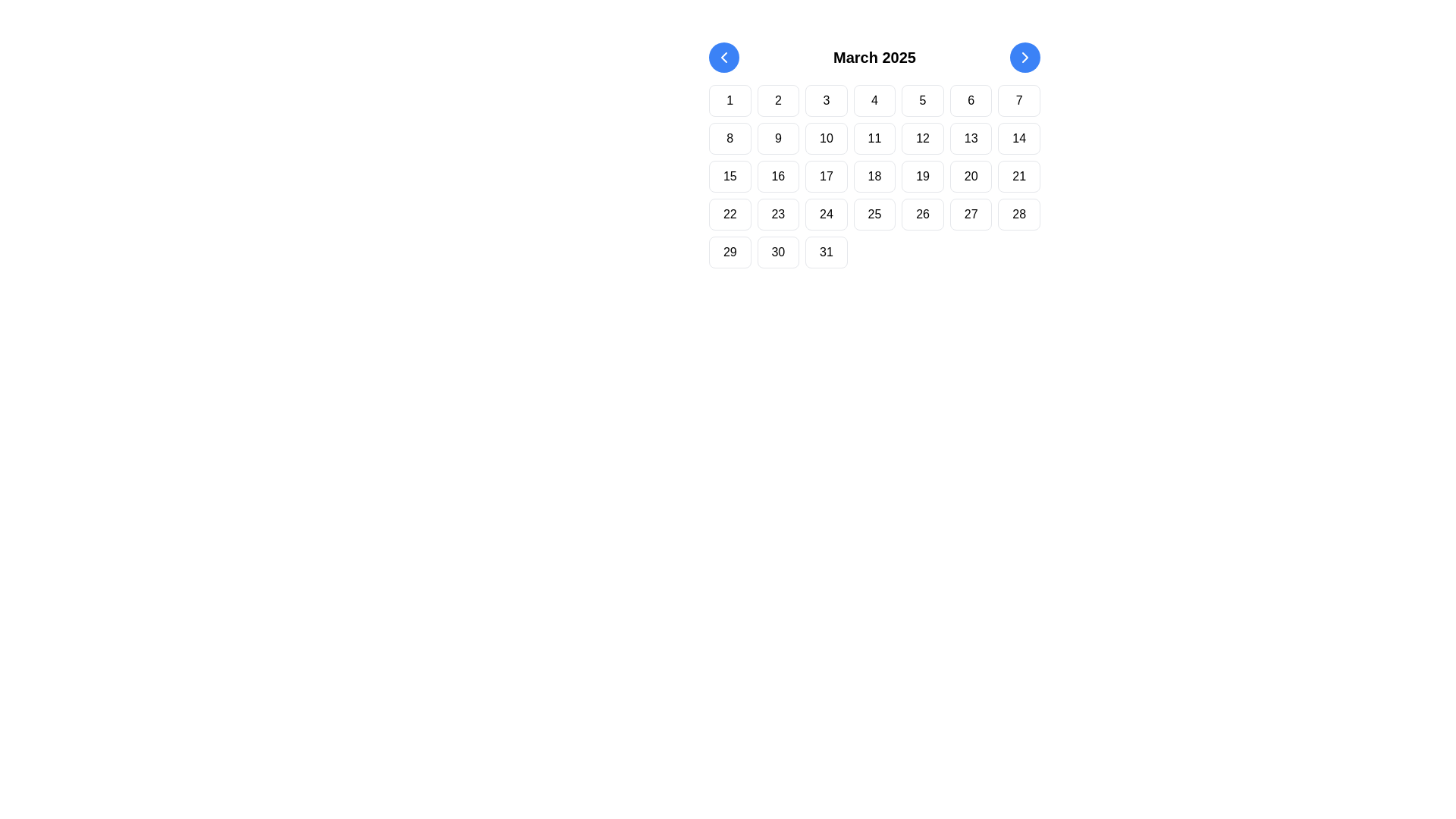 Image resolution: width=1456 pixels, height=819 pixels. I want to click on the day represented by the numeric text in the rounded box located in the second row and first column of the calendar grid, so click(730, 138).